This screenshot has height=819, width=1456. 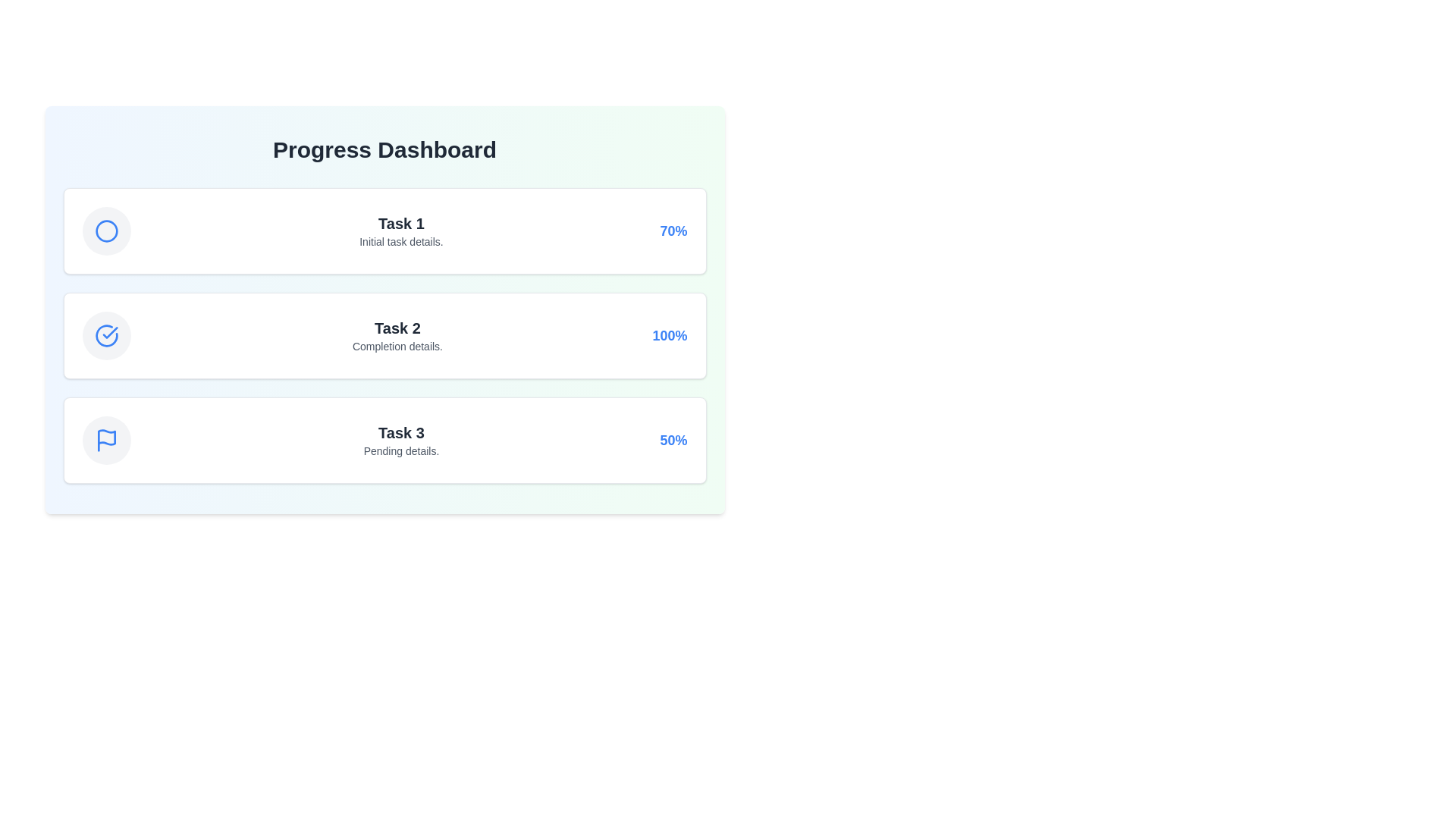 What do you see at coordinates (105, 335) in the screenshot?
I see `the left-side circular icon with a checkmark inside, styled with a blue outline on a white background, associated with the 'Task 2' row in the progress dashboard` at bounding box center [105, 335].